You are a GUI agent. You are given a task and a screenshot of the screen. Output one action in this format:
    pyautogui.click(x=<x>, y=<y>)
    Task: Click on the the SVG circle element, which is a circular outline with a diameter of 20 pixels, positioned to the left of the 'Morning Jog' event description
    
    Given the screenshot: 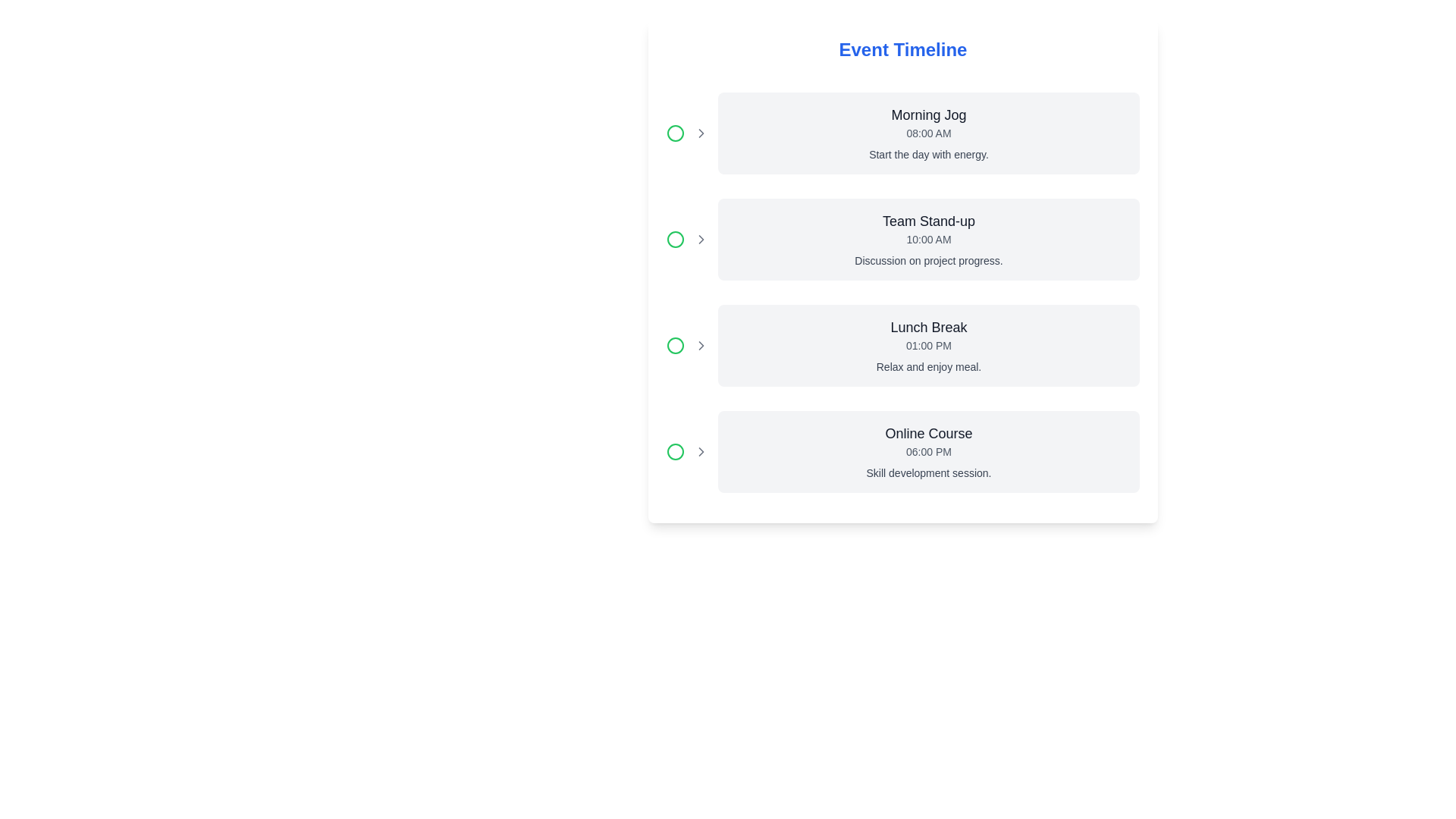 What is the action you would take?
    pyautogui.click(x=675, y=133)
    